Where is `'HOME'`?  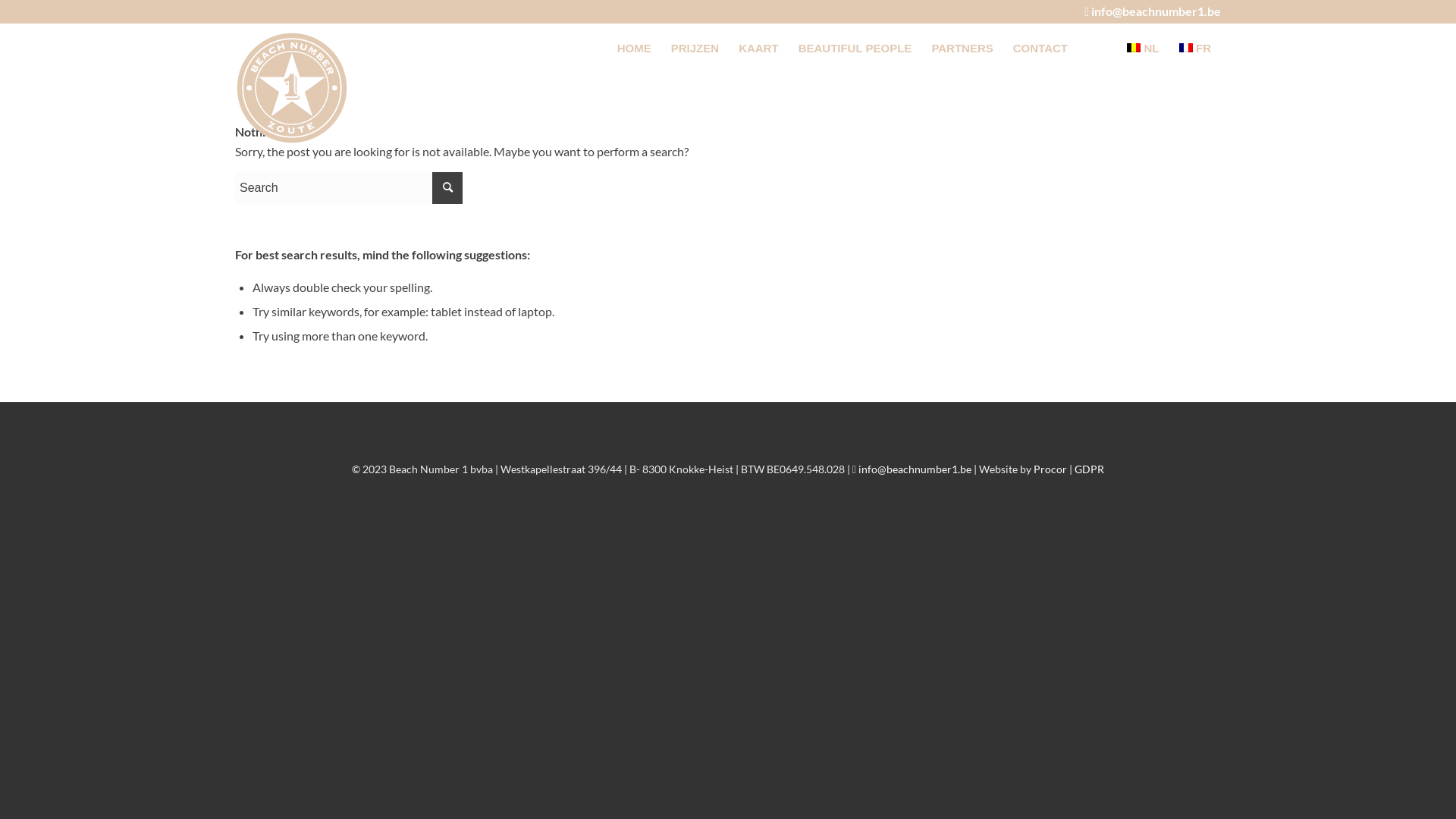 'HOME' is located at coordinates (634, 47).